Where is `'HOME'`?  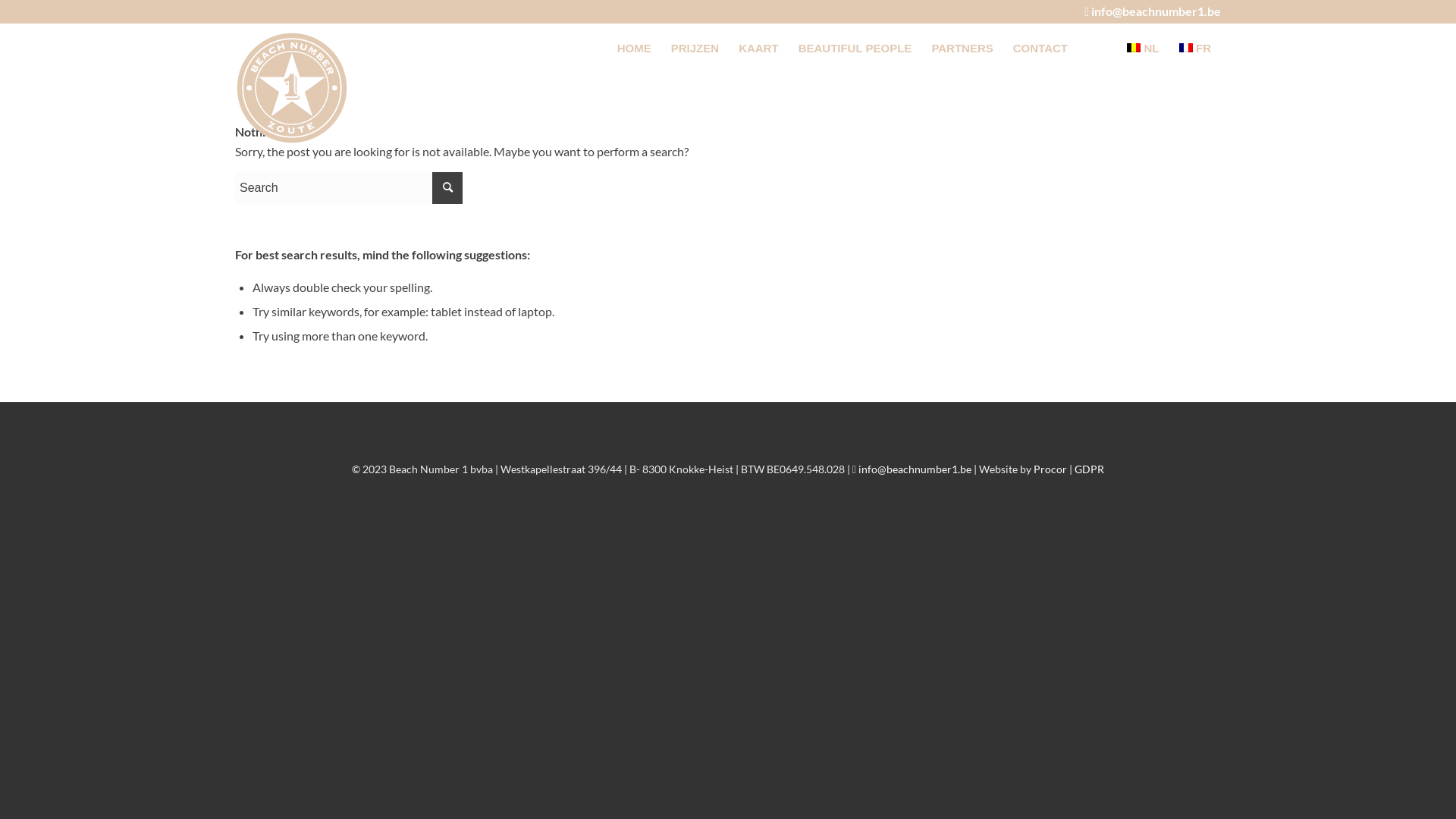 'HOME' is located at coordinates (634, 47).